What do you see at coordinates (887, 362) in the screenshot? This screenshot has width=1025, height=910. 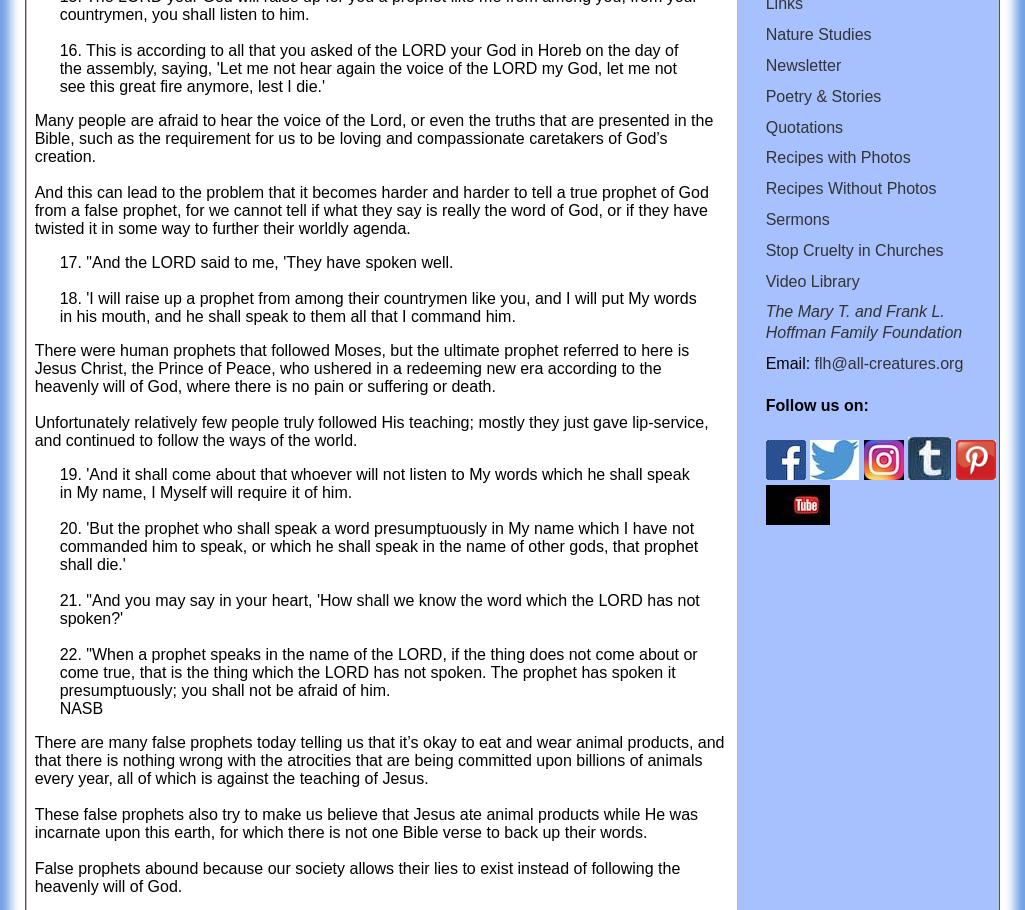 I see `'flh@all-creatures.org'` at bounding box center [887, 362].